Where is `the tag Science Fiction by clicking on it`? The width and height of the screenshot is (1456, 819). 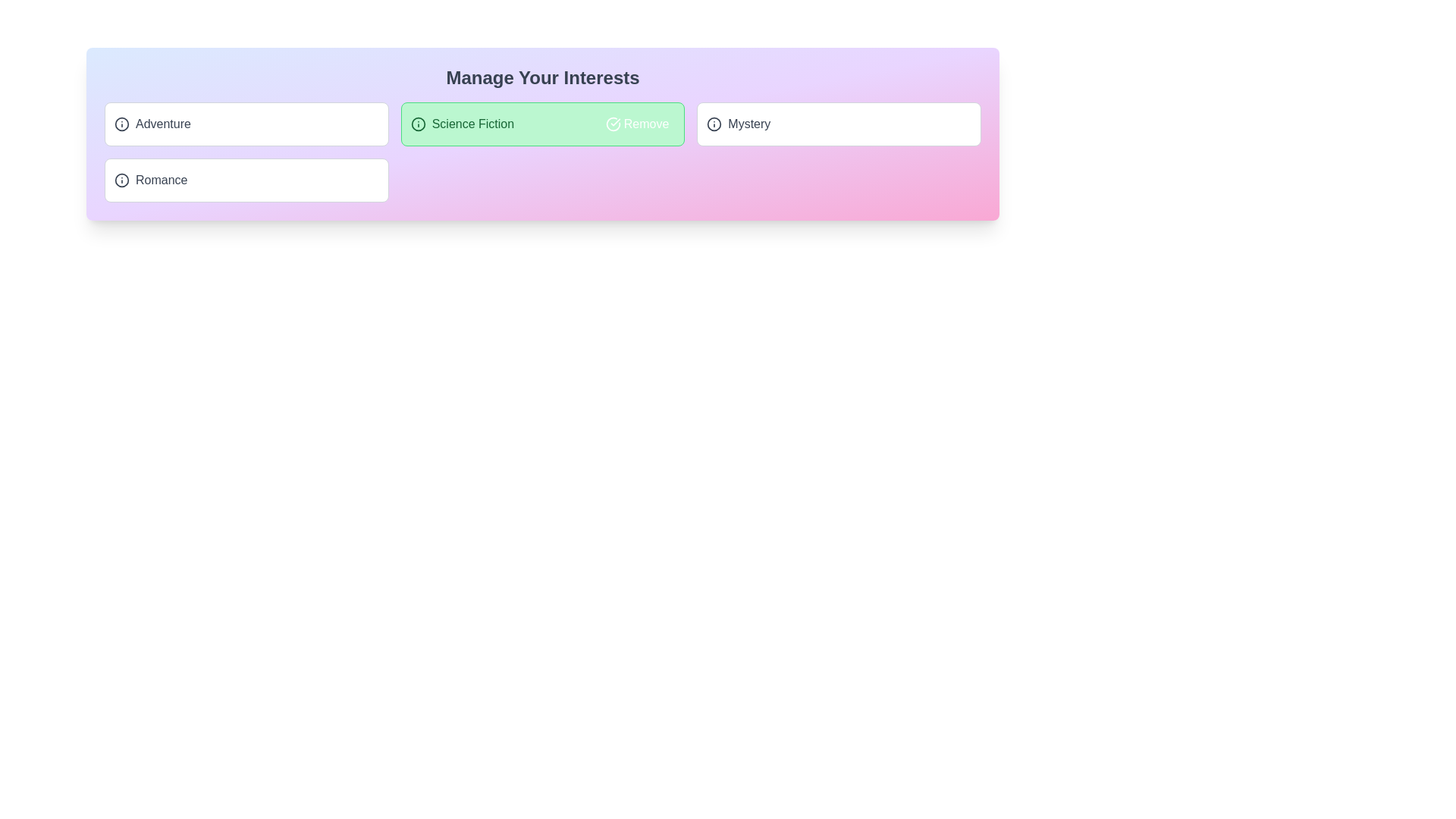
the tag Science Fiction by clicking on it is located at coordinates (542, 124).